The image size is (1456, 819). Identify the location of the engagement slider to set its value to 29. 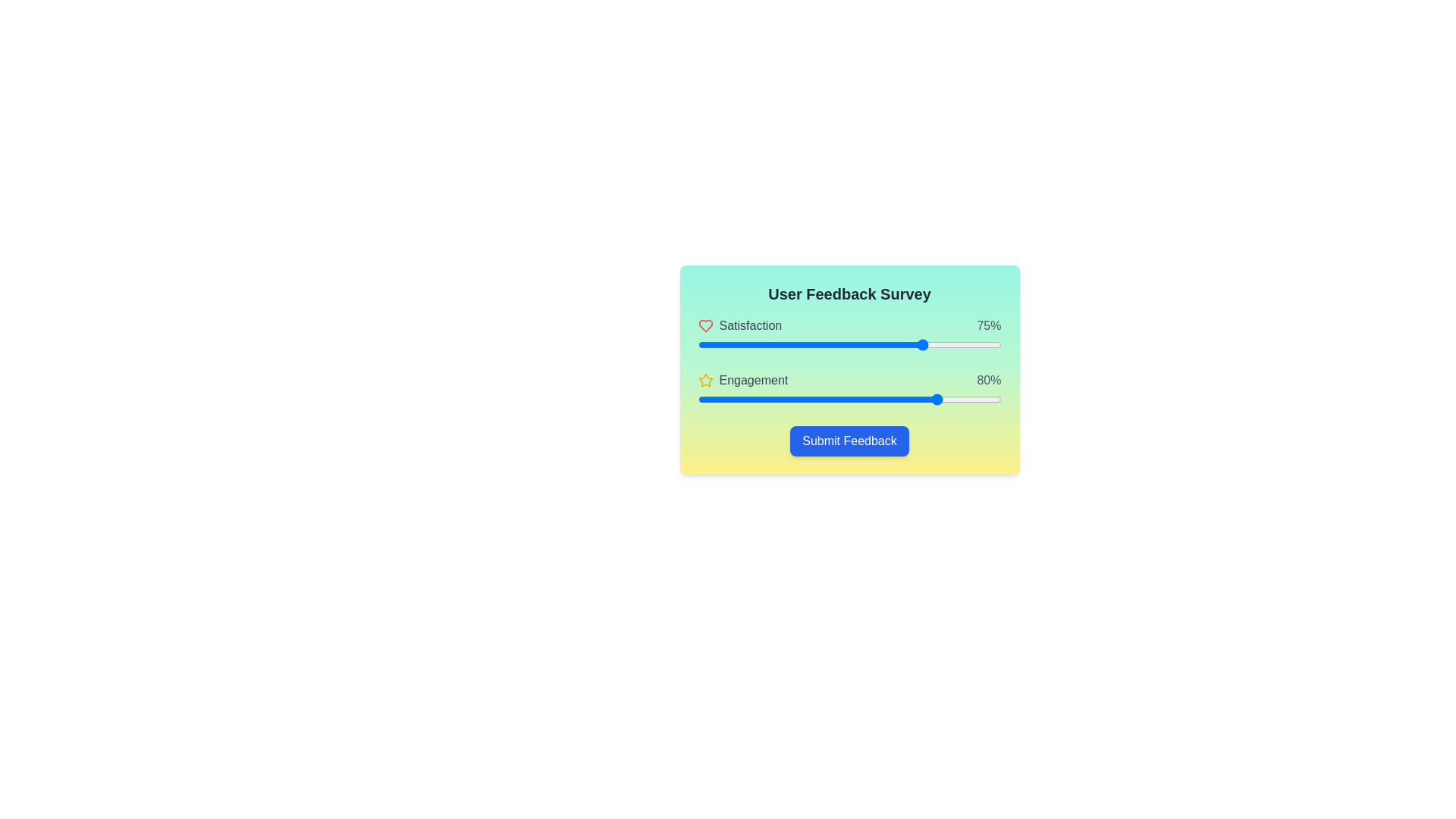
(786, 399).